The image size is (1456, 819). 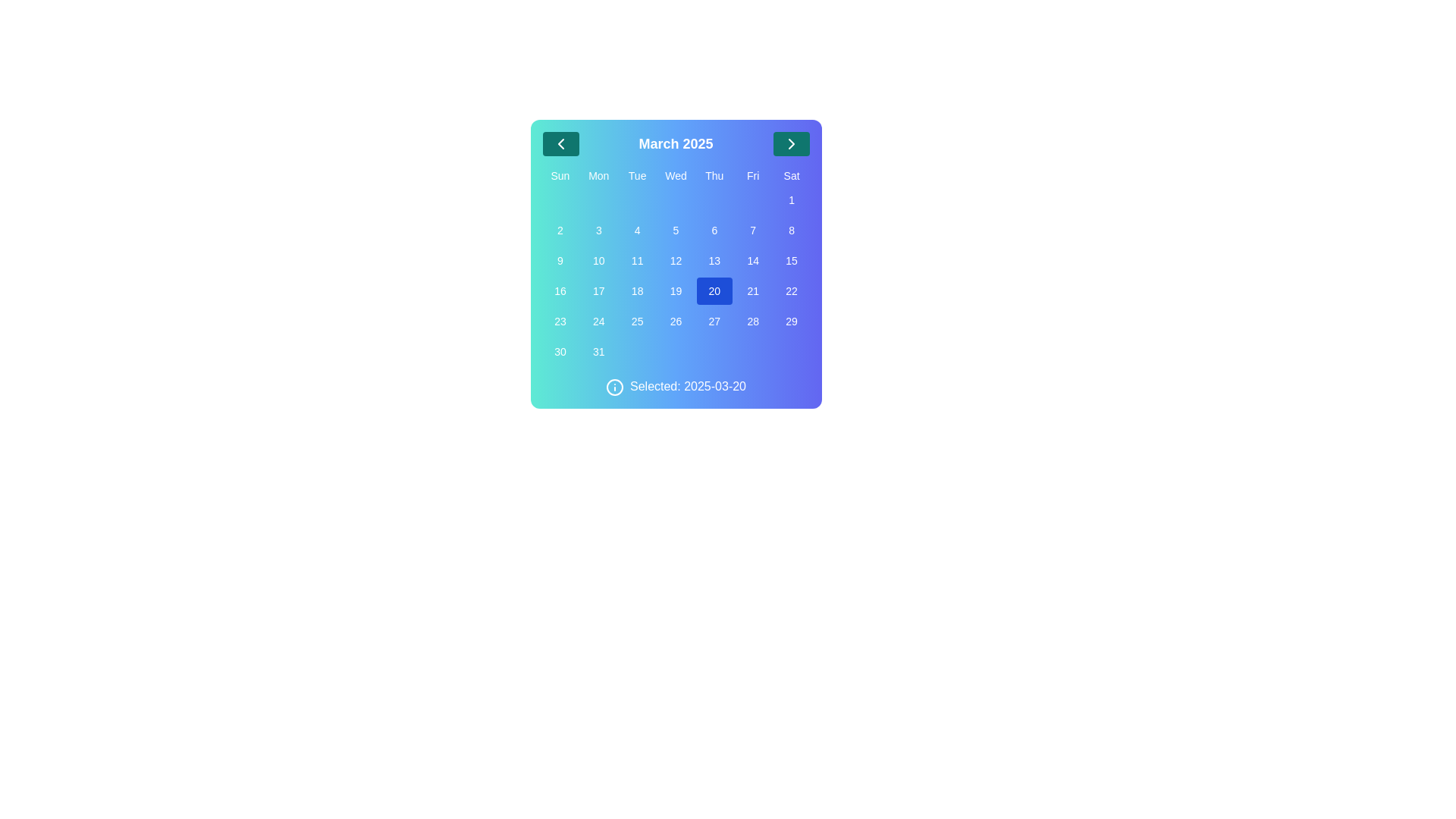 What do you see at coordinates (675, 259) in the screenshot?
I see `the button displaying the numerical value '12' in white text with a blue background, located in the fifth entry of the fourth row of the calendar grid` at bounding box center [675, 259].